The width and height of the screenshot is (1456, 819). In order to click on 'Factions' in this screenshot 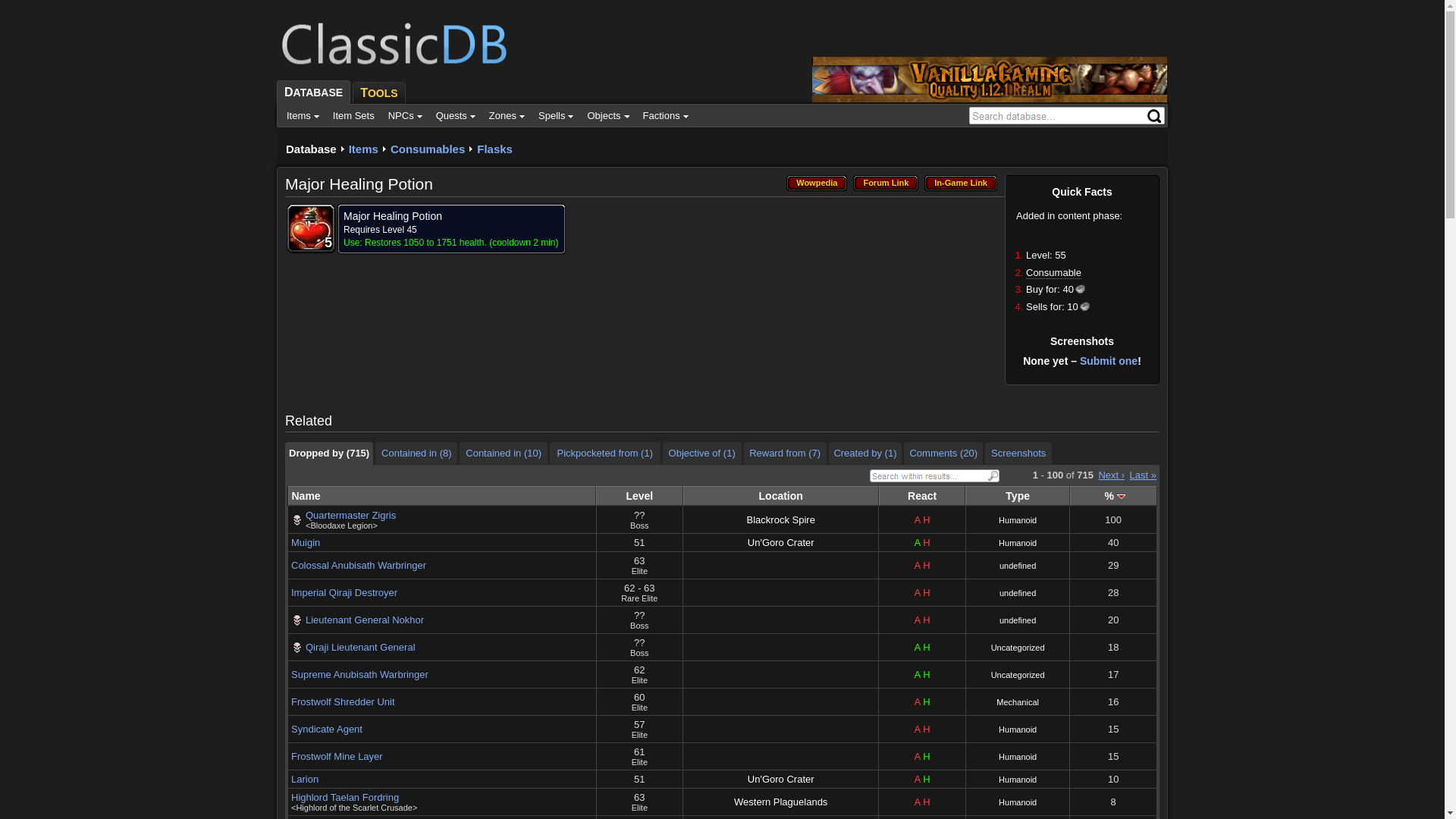, I will do `click(665, 115)`.